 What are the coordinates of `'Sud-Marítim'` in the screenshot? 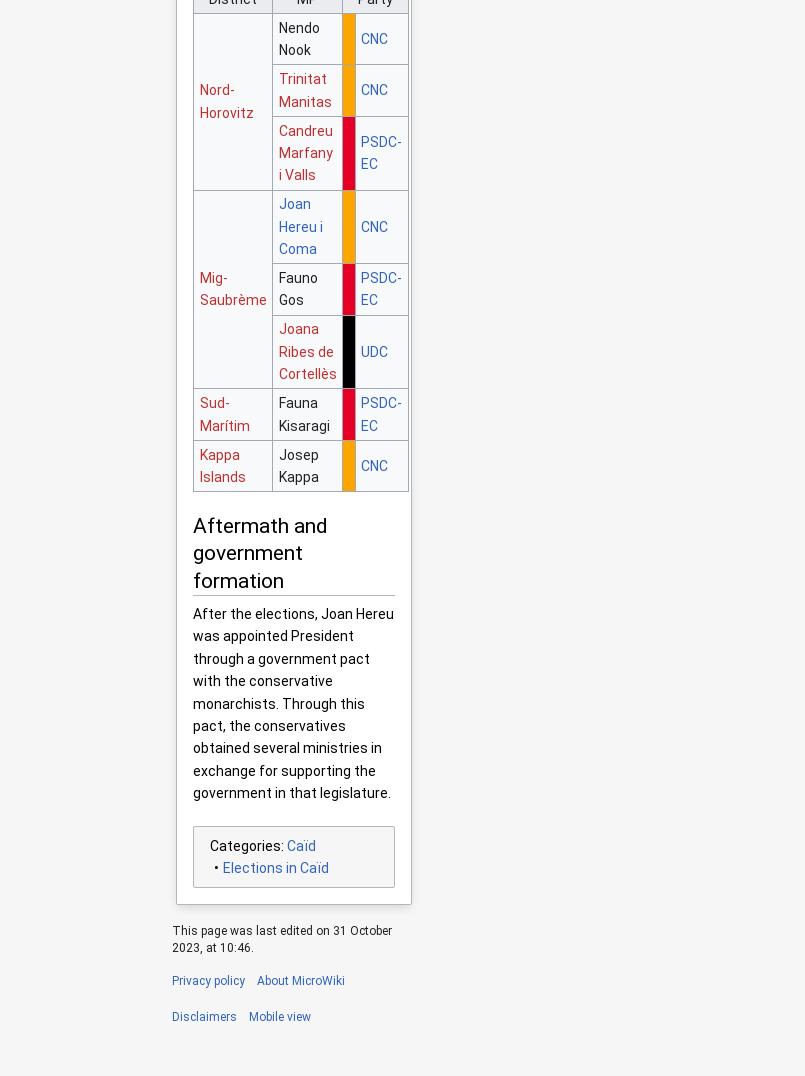 It's located at (223, 414).